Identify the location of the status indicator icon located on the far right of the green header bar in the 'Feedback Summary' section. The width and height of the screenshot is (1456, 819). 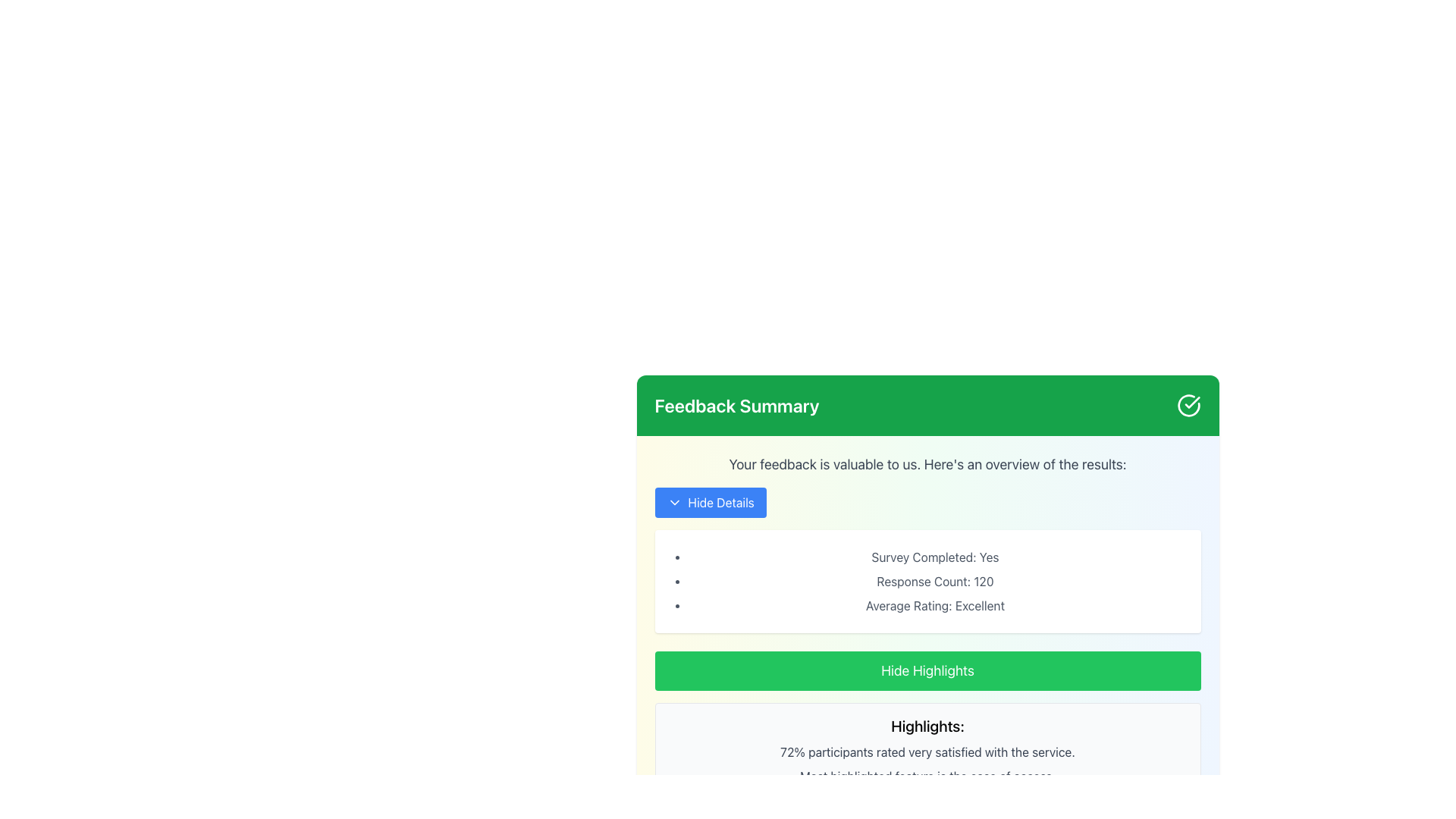
(1188, 405).